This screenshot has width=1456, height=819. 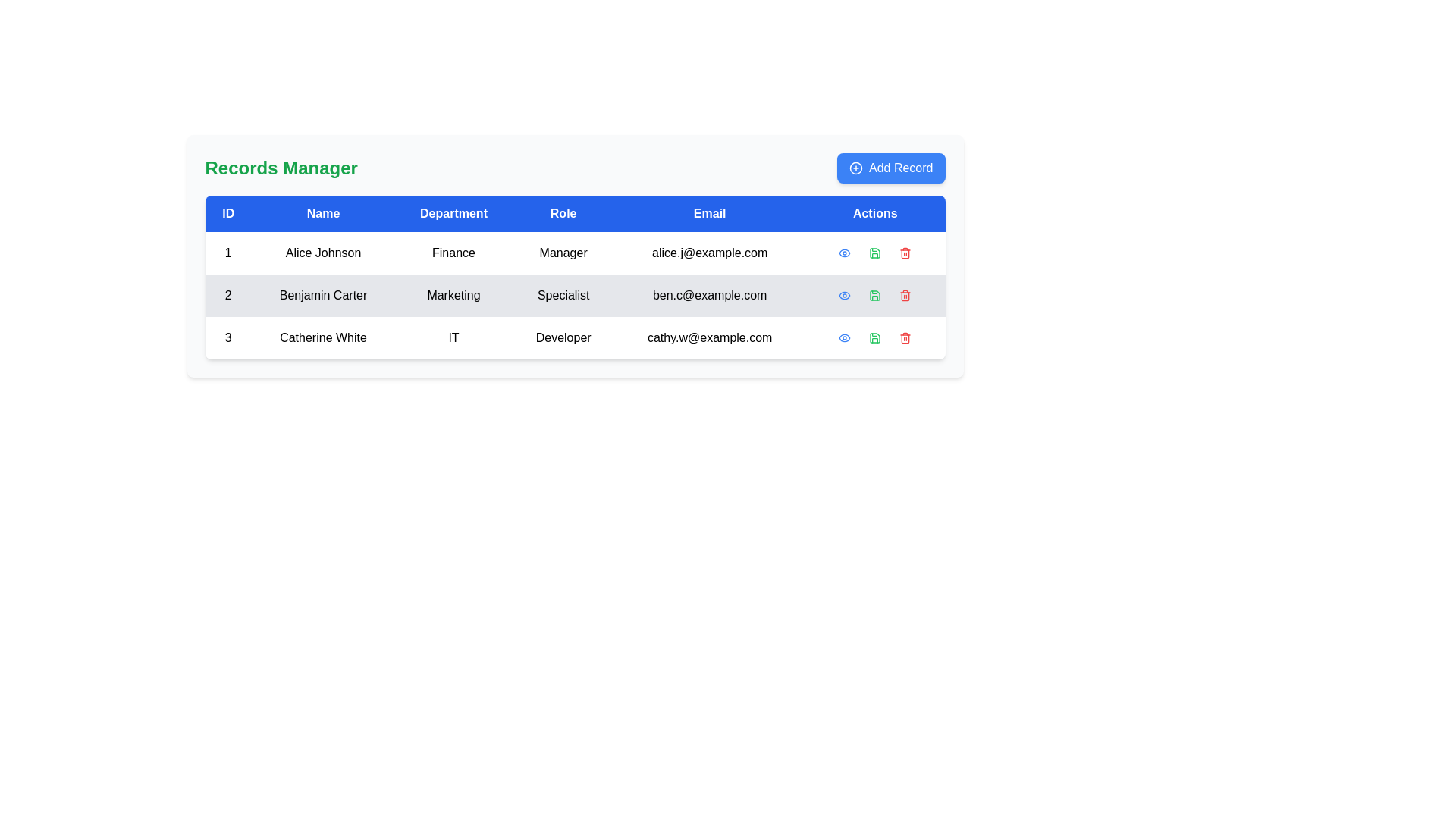 What do you see at coordinates (322, 295) in the screenshot?
I see `text from the Text label displaying 'Benjamin Carter' in the second row of the table under the 'Name' column` at bounding box center [322, 295].